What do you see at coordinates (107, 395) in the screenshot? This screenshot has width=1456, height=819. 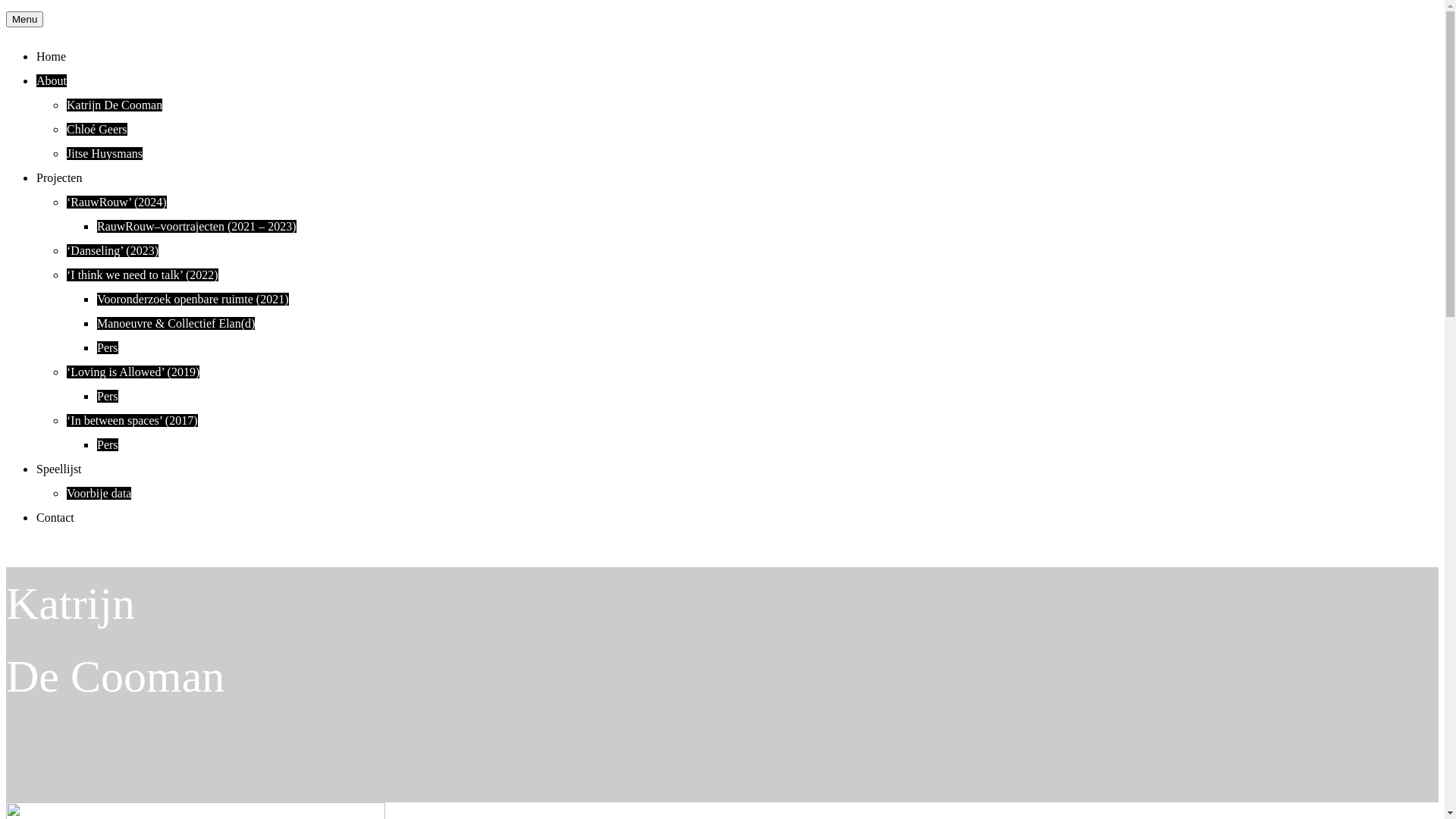 I see `'Pers'` at bounding box center [107, 395].